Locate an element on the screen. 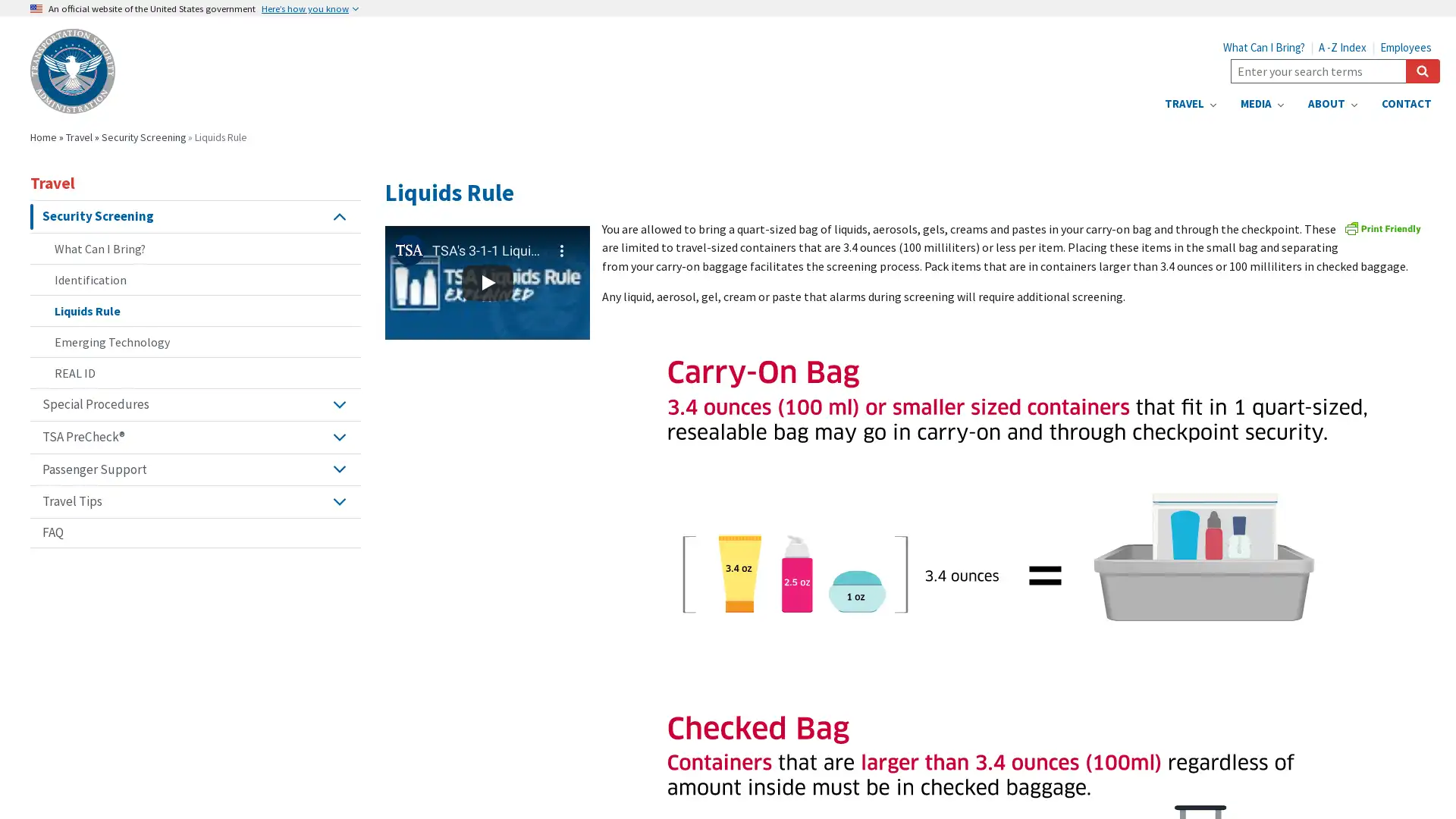 This screenshot has height=819, width=1456. Heres how you know is located at coordinates (309, 8).